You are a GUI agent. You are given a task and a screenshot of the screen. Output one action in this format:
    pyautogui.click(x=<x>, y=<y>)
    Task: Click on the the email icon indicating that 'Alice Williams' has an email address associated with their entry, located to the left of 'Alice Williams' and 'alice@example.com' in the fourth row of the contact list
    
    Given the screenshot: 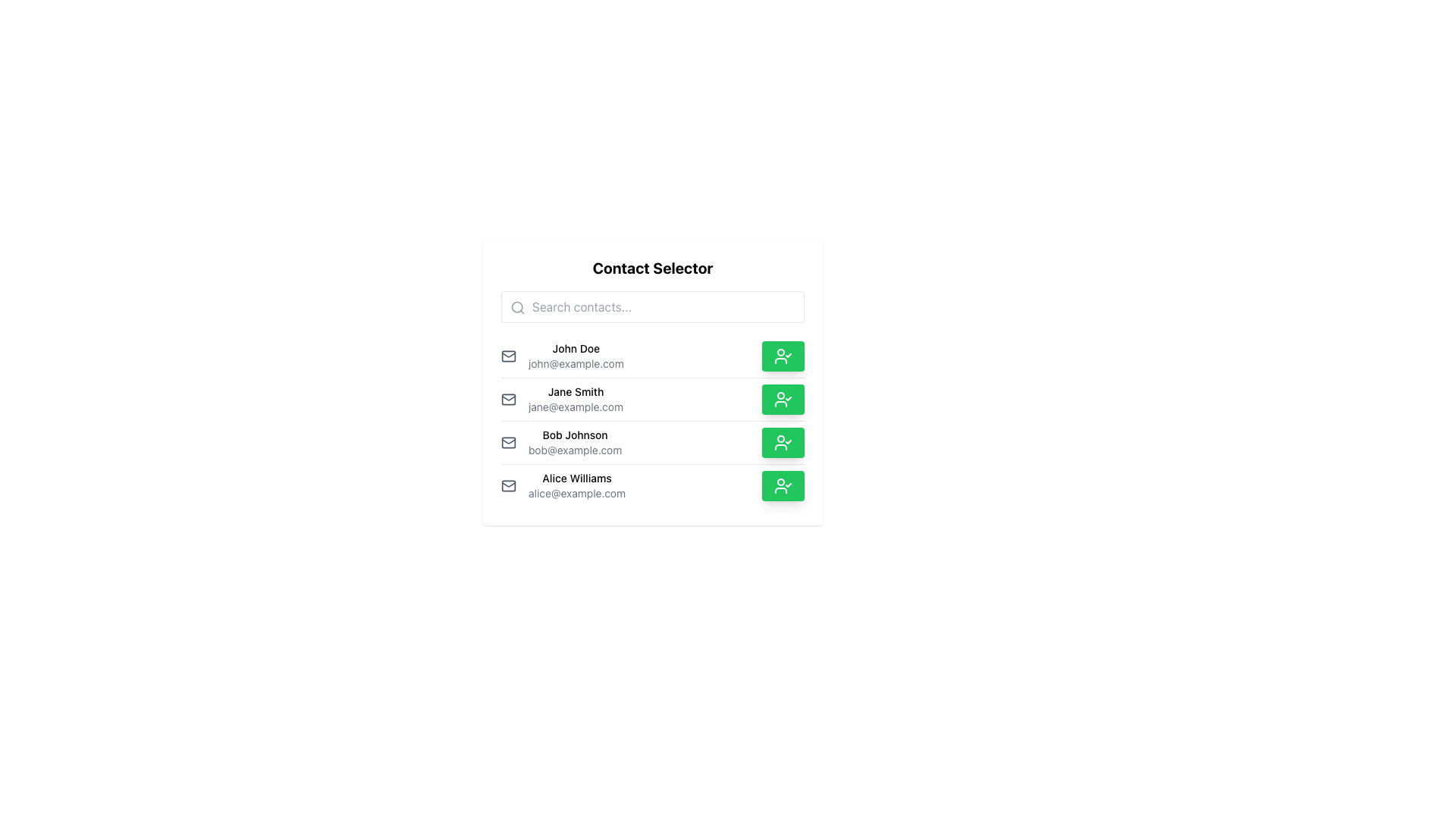 What is the action you would take?
    pyautogui.click(x=509, y=485)
    